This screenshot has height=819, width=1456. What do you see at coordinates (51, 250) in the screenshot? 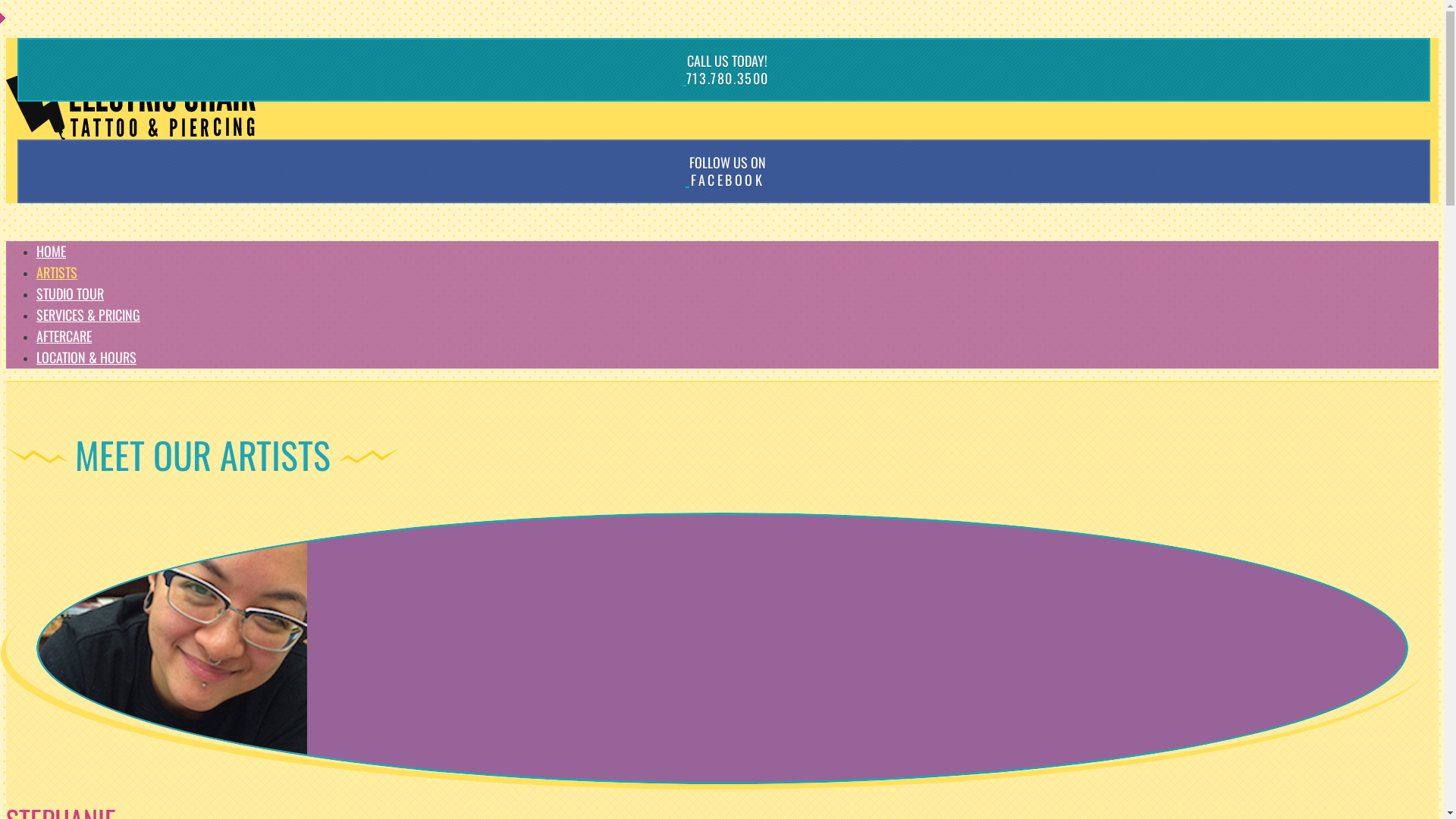
I see `'HOME'` at bounding box center [51, 250].